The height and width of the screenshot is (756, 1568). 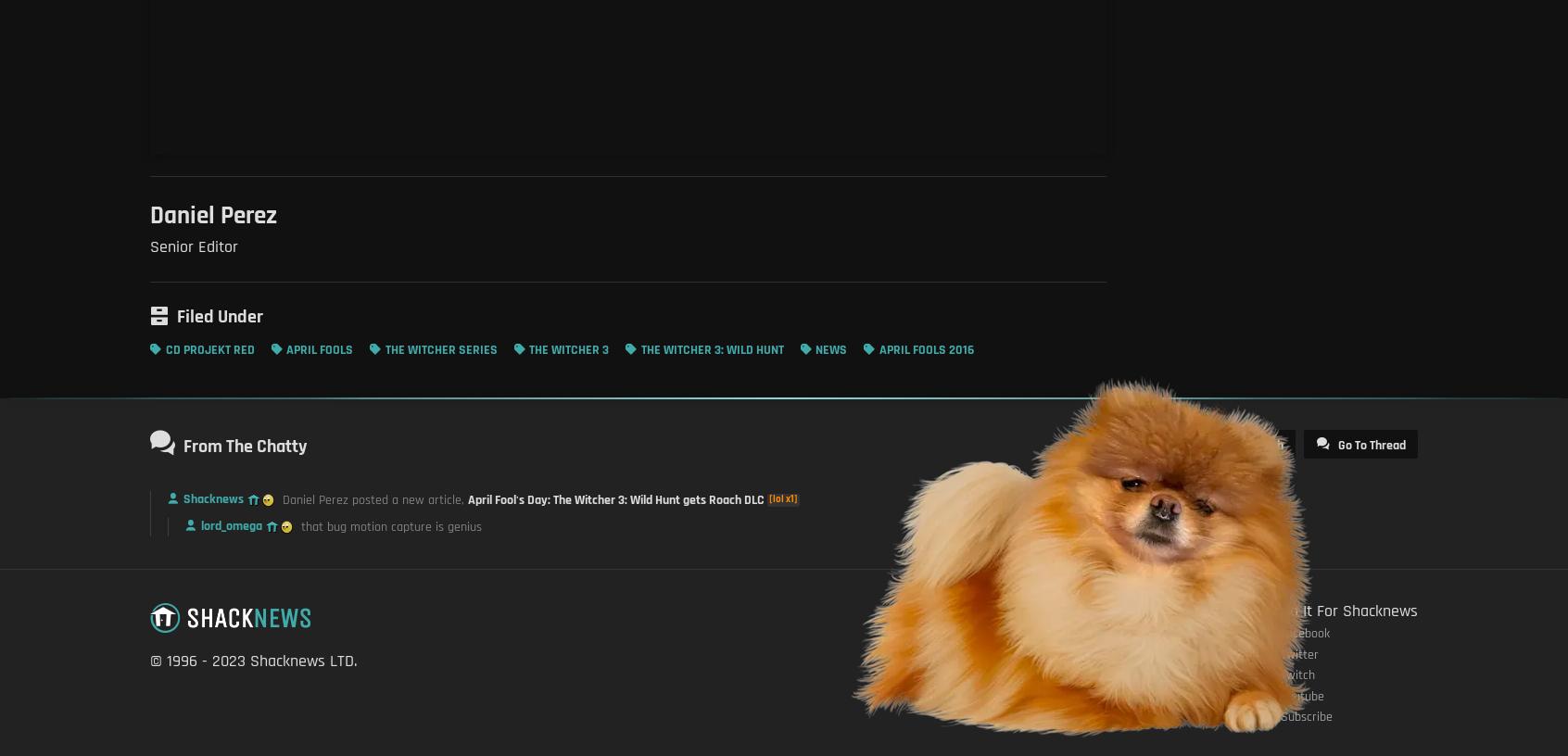 I want to click on 'April Fools 2016', so click(x=924, y=348).